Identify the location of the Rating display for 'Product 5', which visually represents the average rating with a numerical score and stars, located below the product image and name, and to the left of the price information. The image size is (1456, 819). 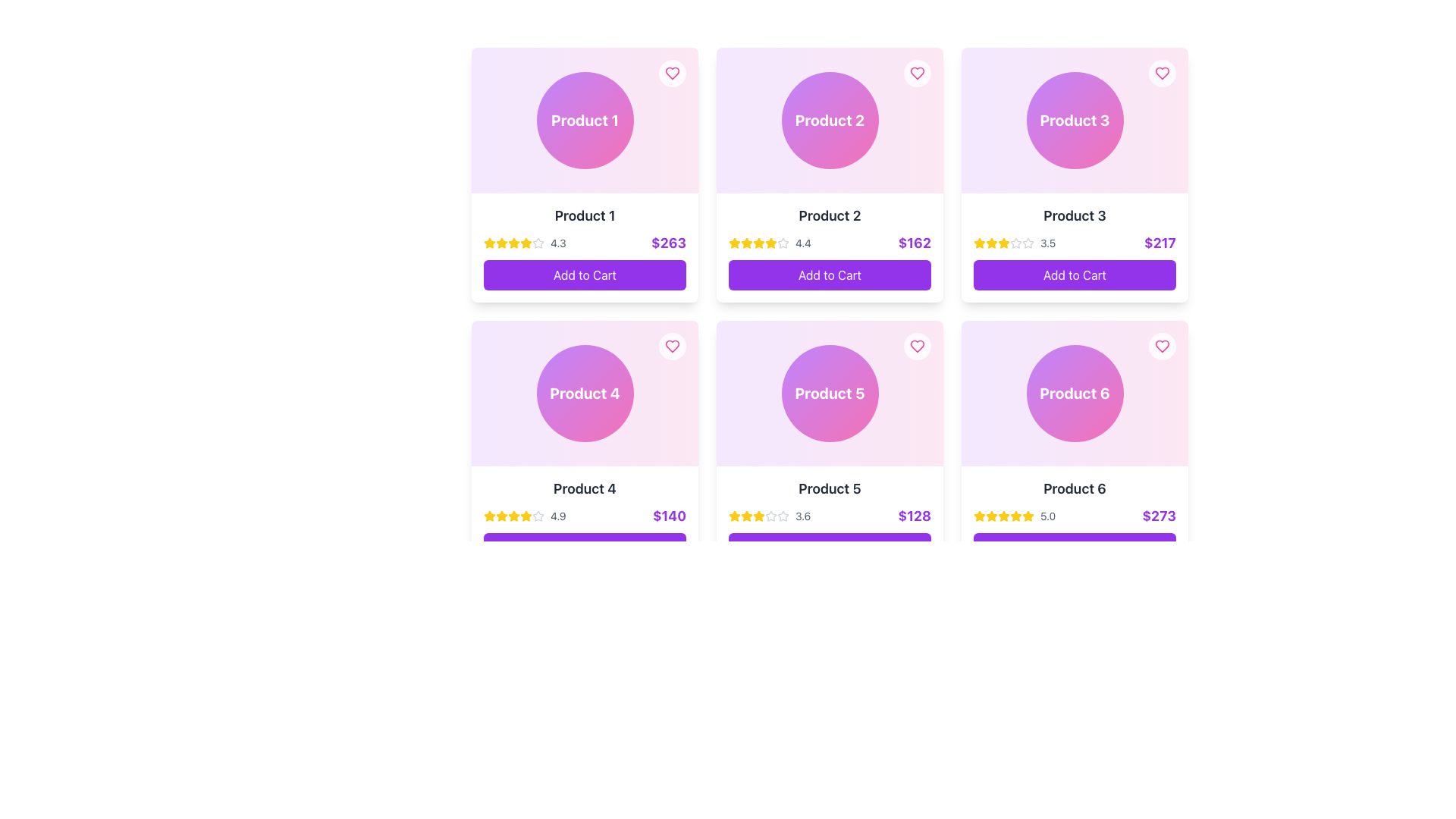
(770, 516).